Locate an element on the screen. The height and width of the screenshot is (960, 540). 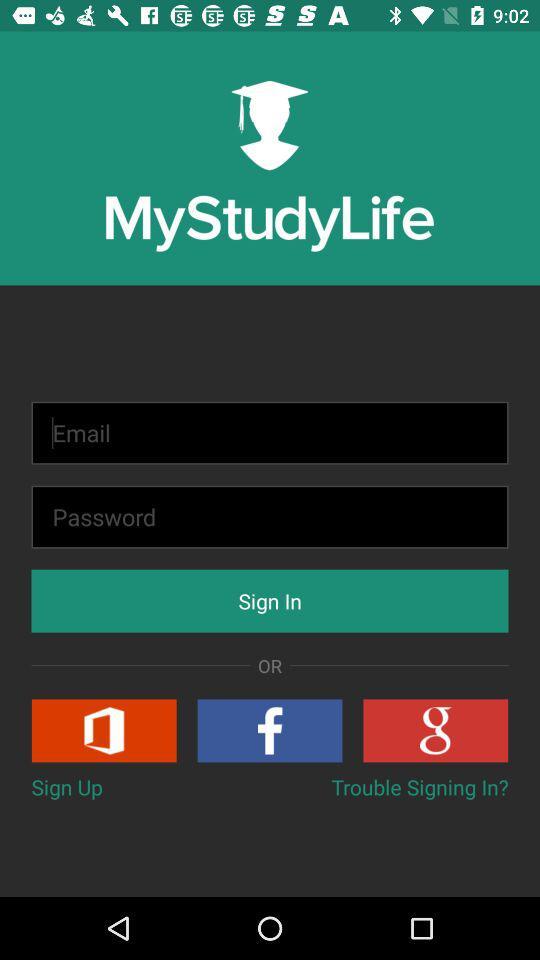
the facebook icon is located at coordinates (270, 729).